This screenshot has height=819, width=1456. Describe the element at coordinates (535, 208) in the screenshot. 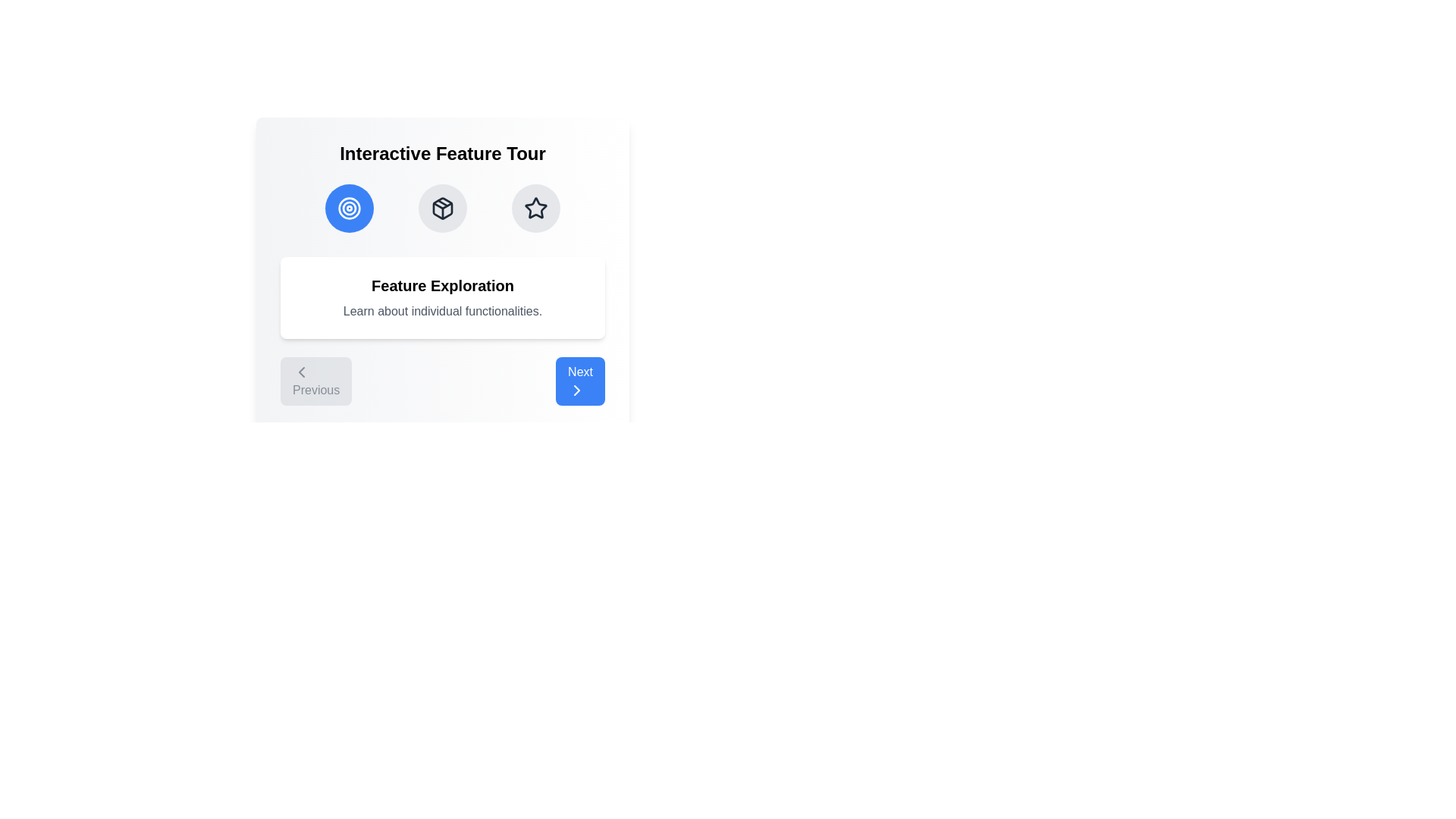

I see `the third circular button in the row using keyboard navigation to focus on it` at that location.